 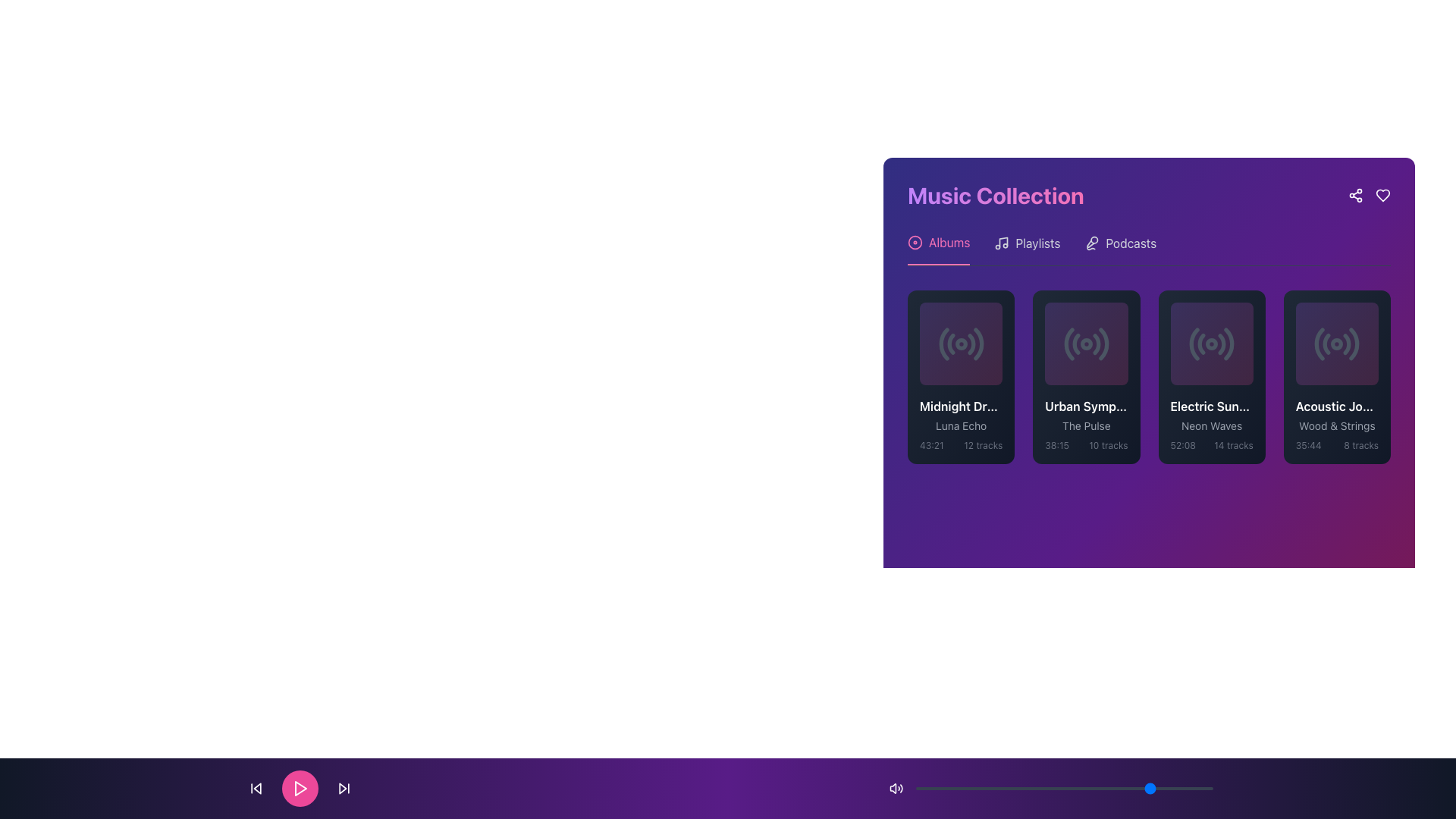 What do you see at coordinates (1085, 406) in the screenshot?
I see `text label that serves as the title for the music playlist named 'Urban Symphony' located in the second card of the 'Music Collection' section` at bounding box center [1085, 406].